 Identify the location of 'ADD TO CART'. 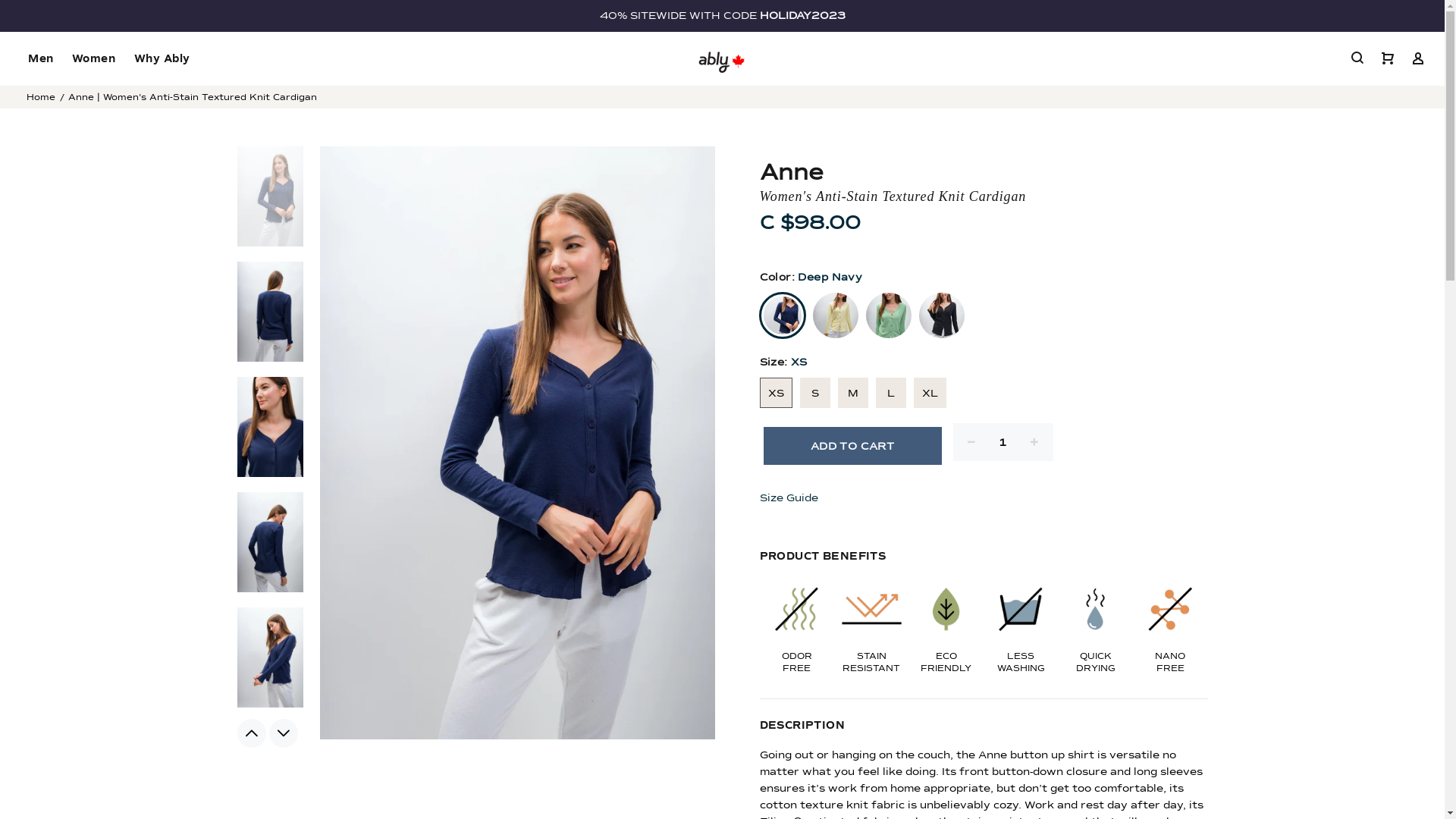
(852, 444).